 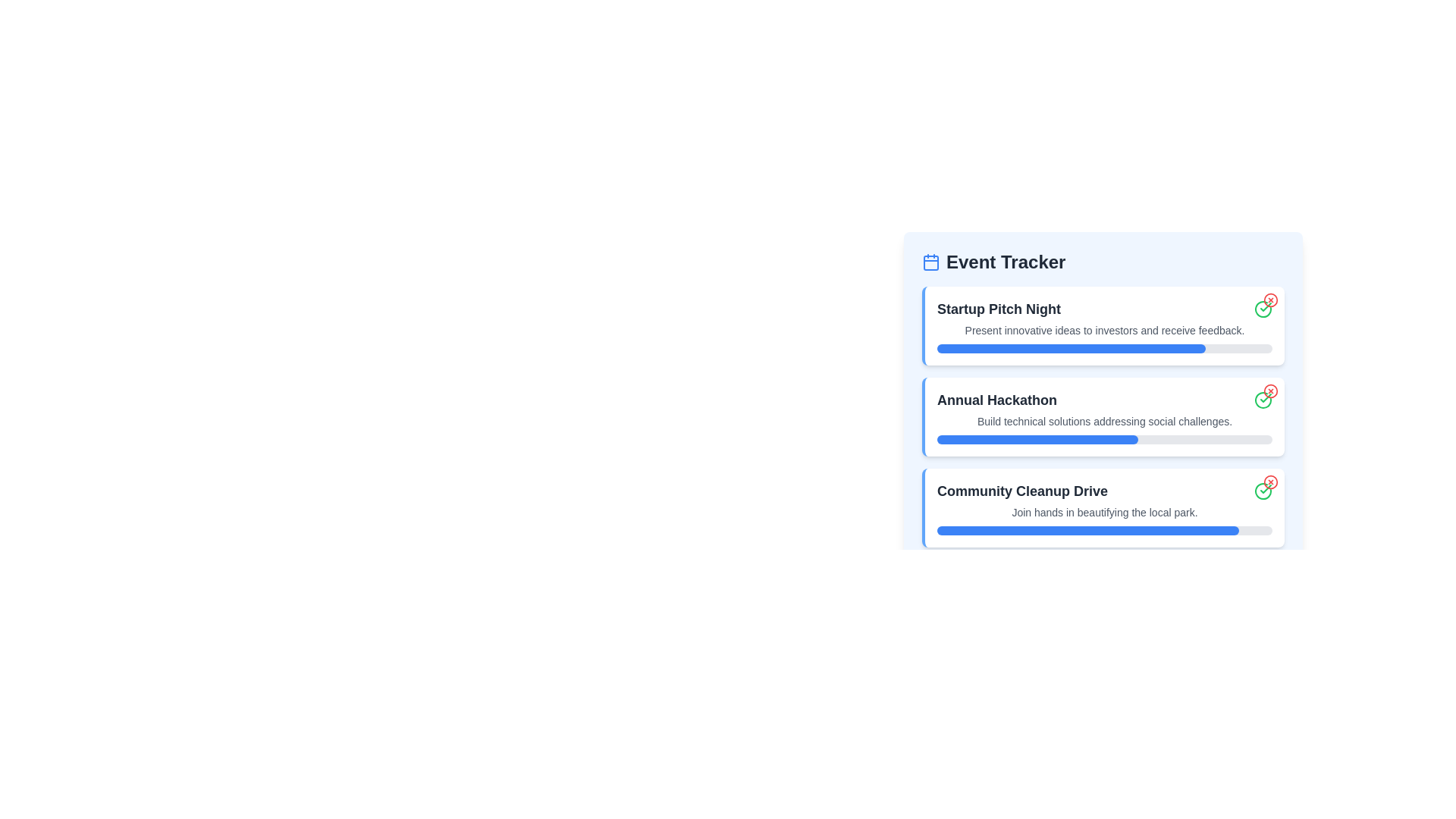 What do you see at coordinates (1037, 439) in the screenshot?
I see `the progress indicator located under the 'Annual Hackathon' event in the 'Event Tracker' section, which visualizes the progress of the associated task` at bounding box center [1037, 439].